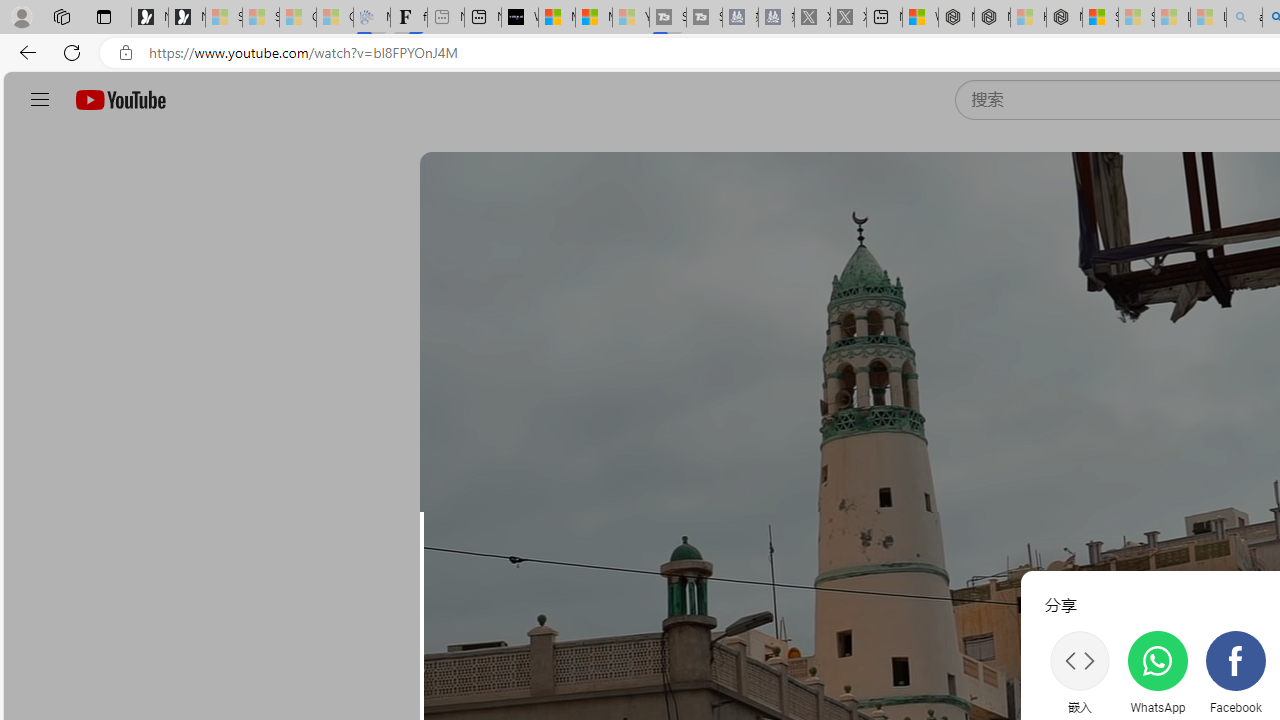  I want to click on 'Newsletter Sign Up', so click(186, 17).